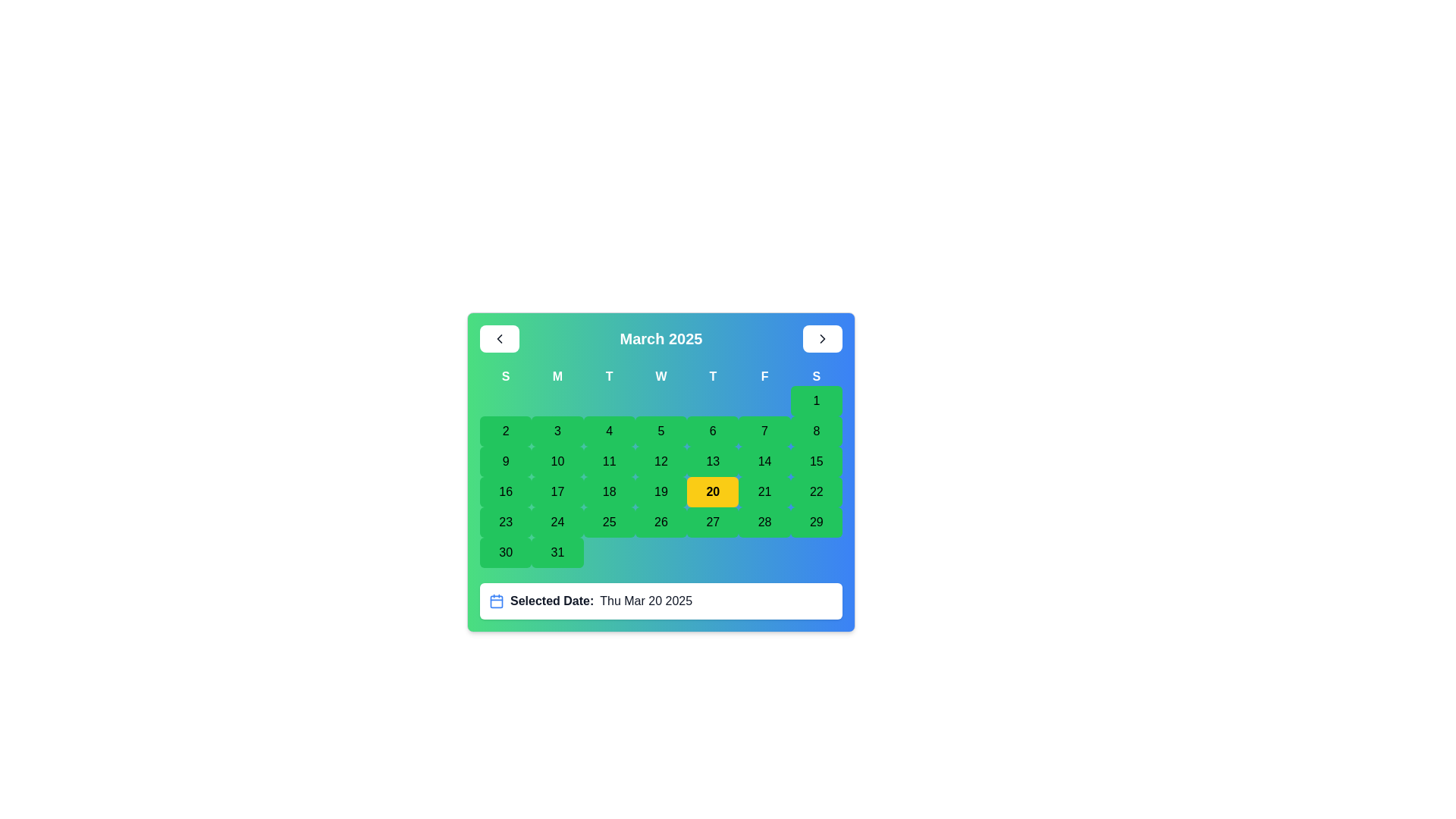 The height and width of the screenshot is (819, 1456). What do you see at coordinates (764, 376) in the screenshot?
I see `the text label displaying the letter 'F', which is styled in white bold font and is the sixth element in the header row of a calendar representing the days of the week` at bounding box center [764, 376].